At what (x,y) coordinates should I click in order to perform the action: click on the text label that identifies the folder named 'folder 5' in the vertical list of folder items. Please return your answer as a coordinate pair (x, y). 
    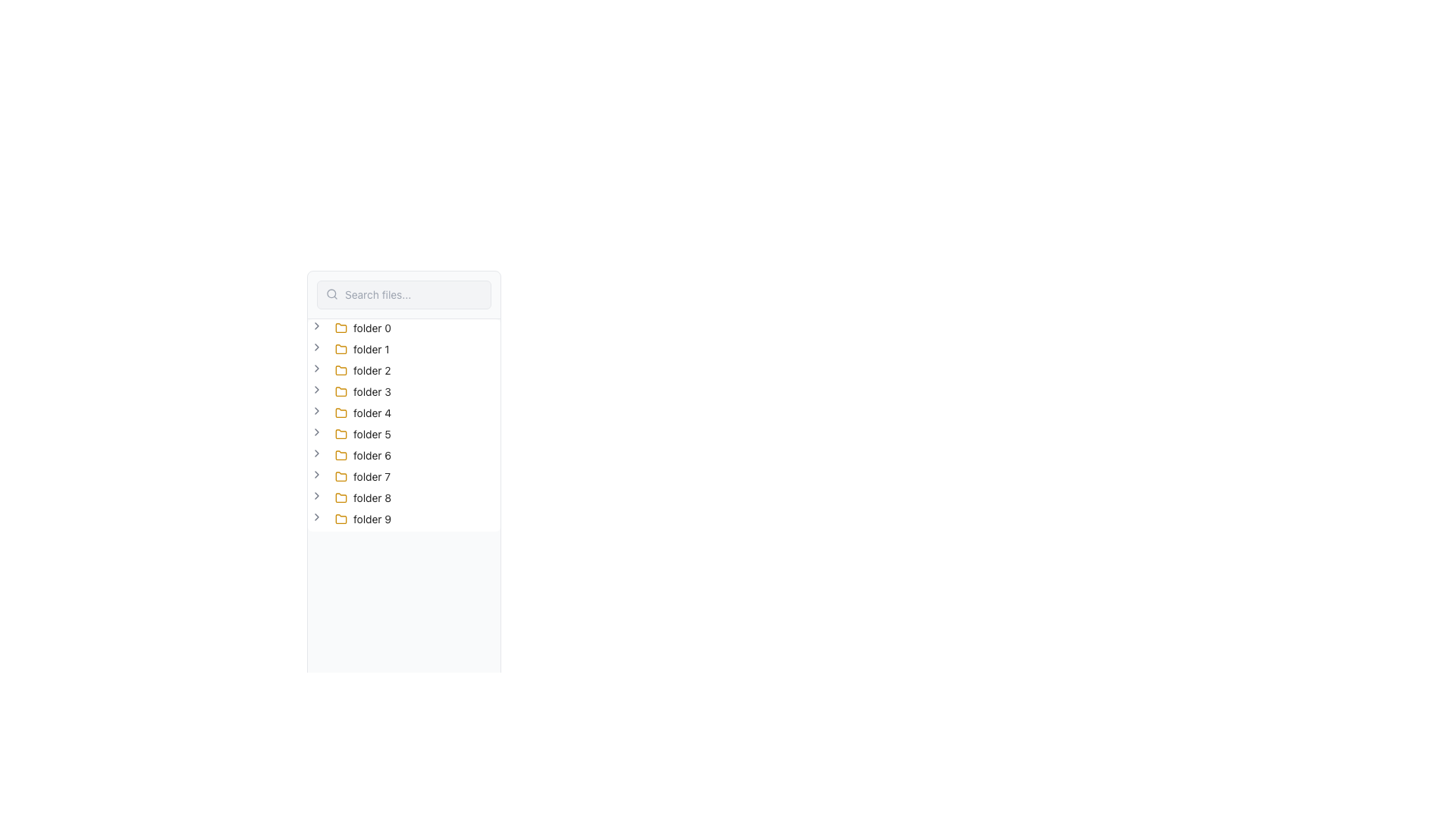
    Looking at the image, I should click on (372, 435).